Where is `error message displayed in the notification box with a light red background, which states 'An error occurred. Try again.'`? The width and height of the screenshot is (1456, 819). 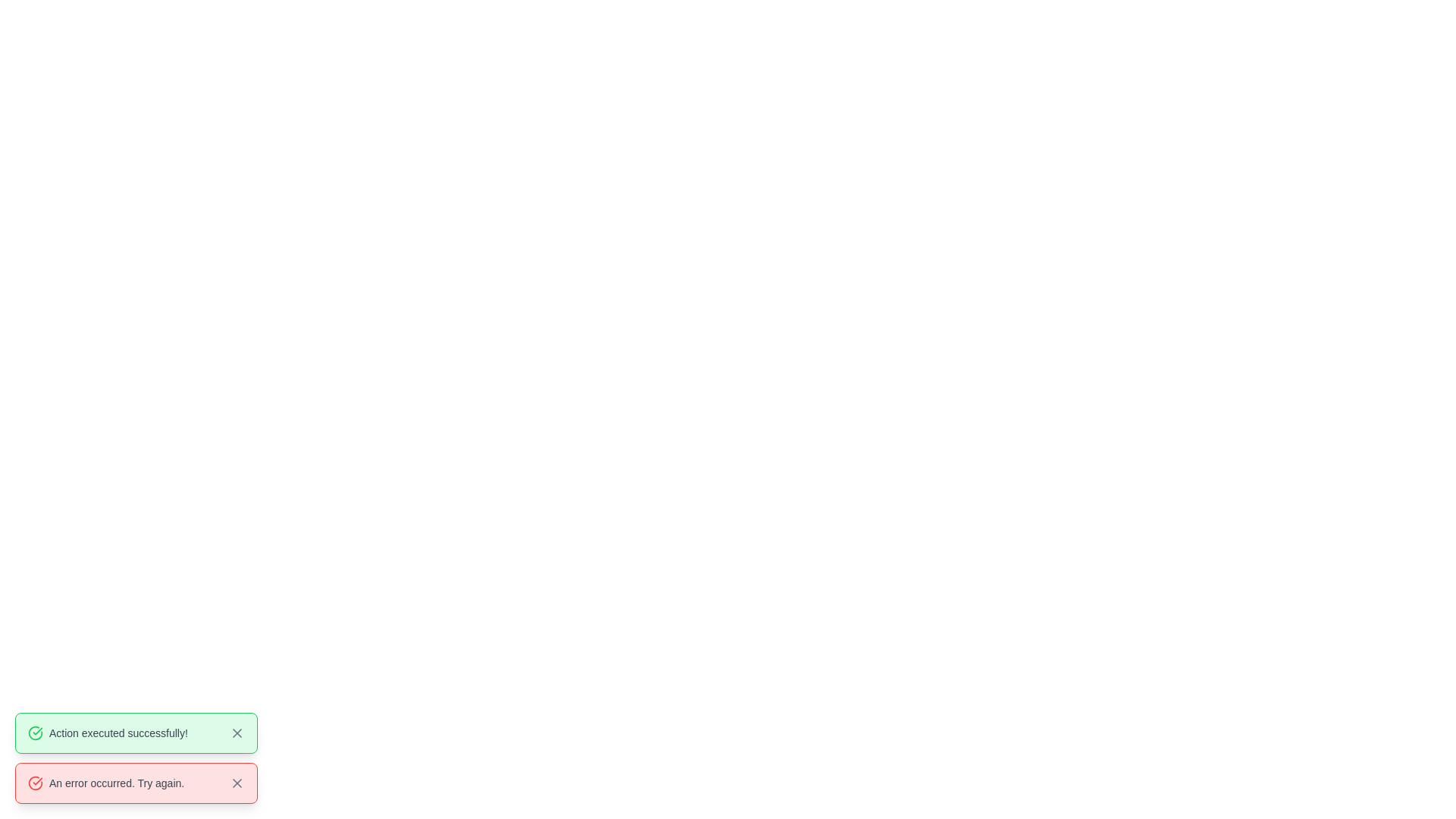
error message displayed in the notification box with a light red background, which states 'An error occurred. Try again.' is located at coordinates (136, 783).